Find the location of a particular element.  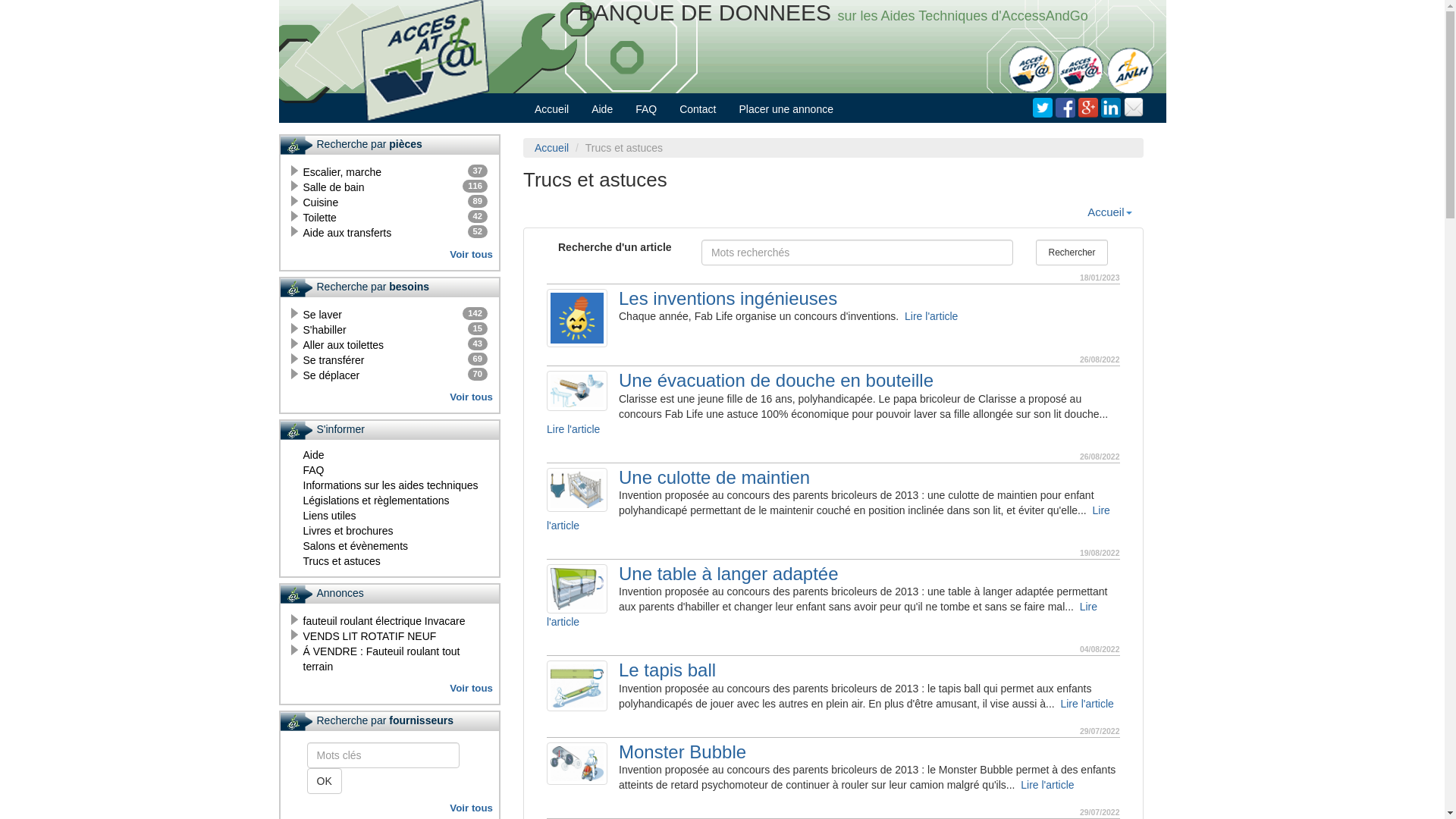

'Liens utiles' is located at coordinates (329, 514).